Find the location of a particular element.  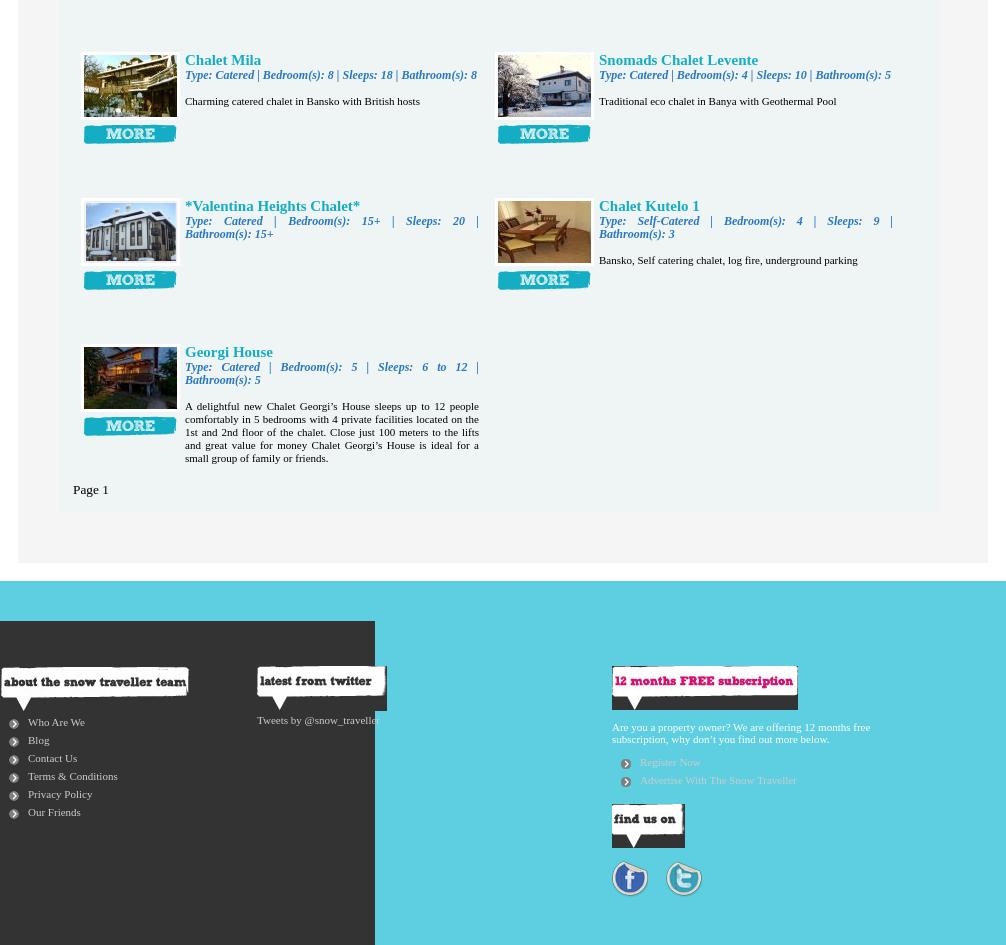

'Who Are We' is located at coordinates (56, 721).